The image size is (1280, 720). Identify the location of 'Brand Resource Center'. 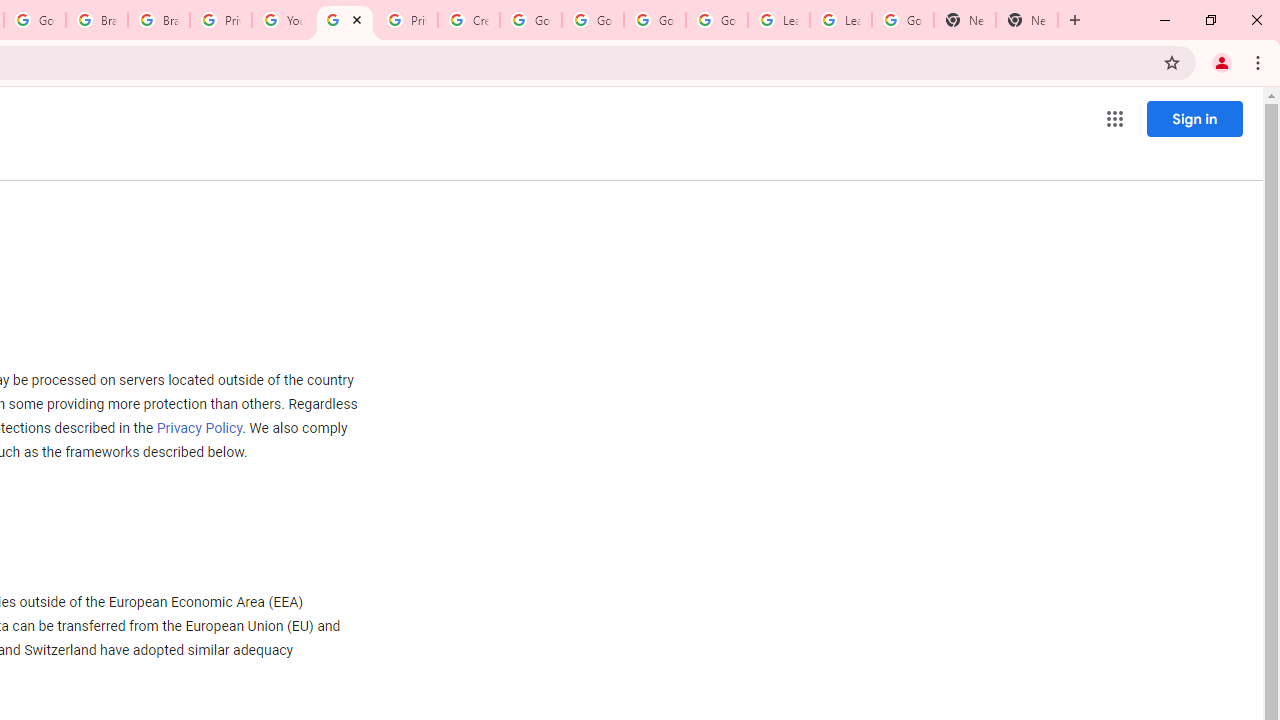
(157, 20).